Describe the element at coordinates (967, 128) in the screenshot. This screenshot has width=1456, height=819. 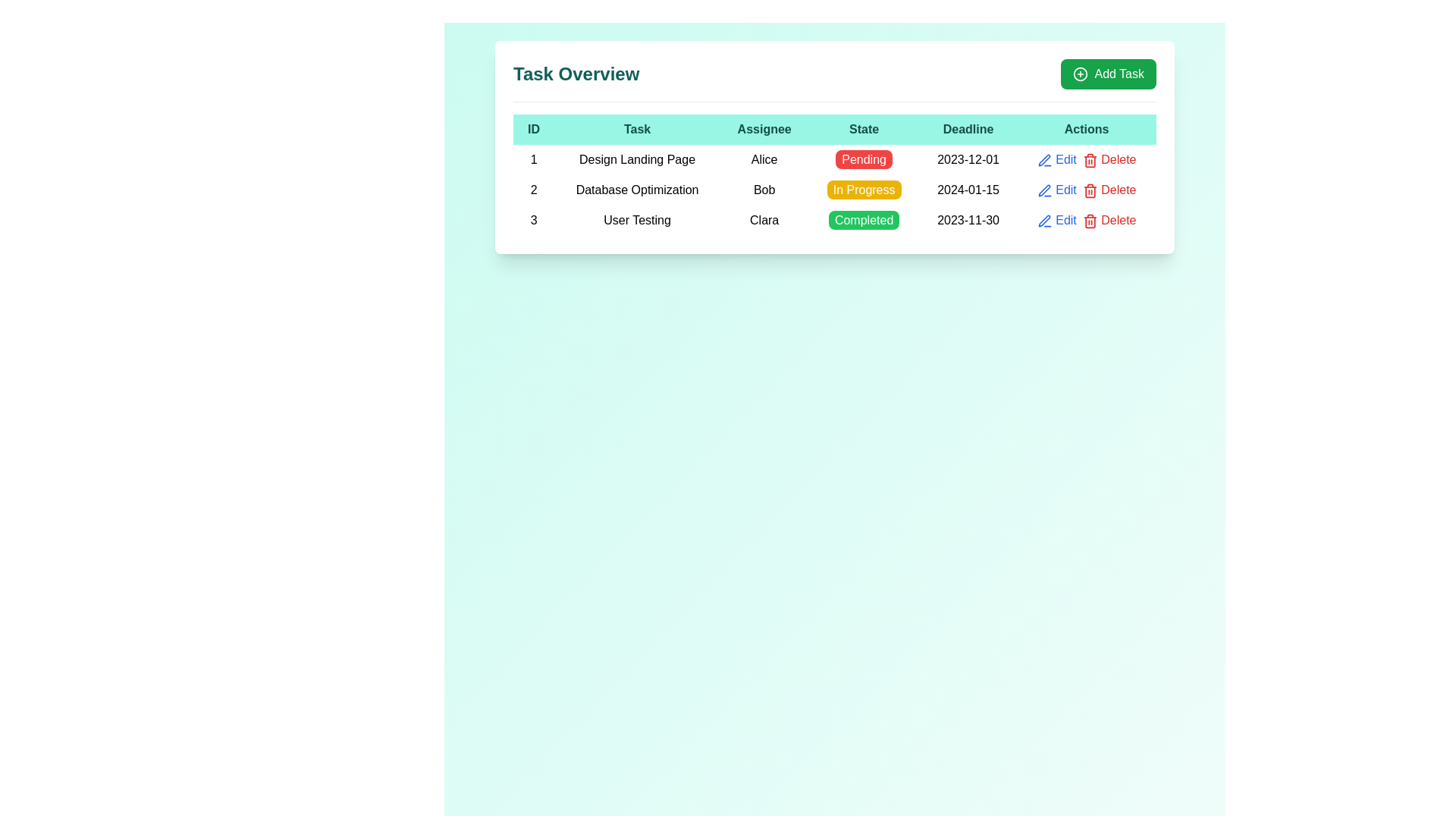
I see `the 'Deadline' label, which is styled with a light teal background and bold black text, located in the header row of a table-like interface` at that location.